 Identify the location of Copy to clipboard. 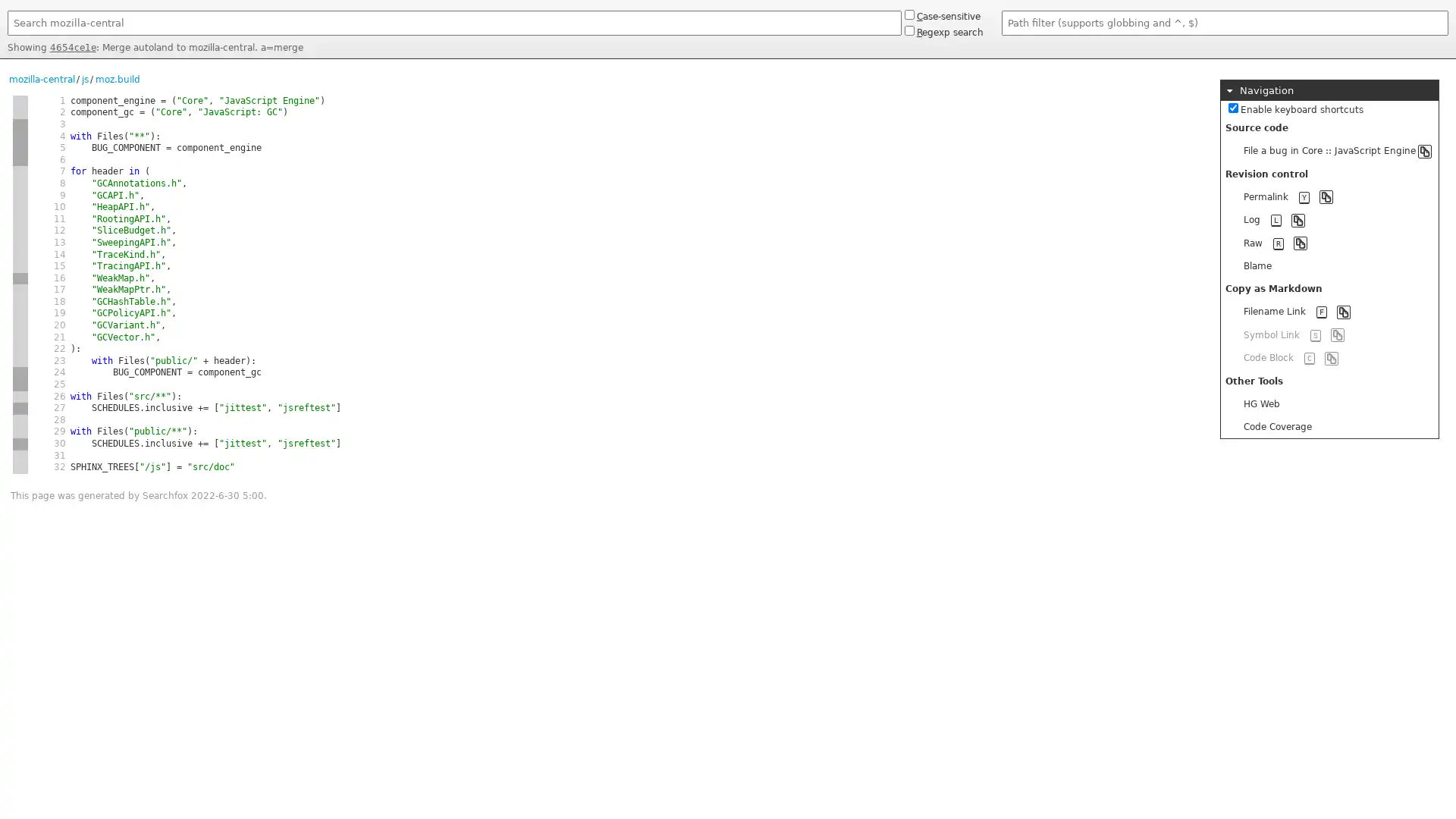
(1423, 151).